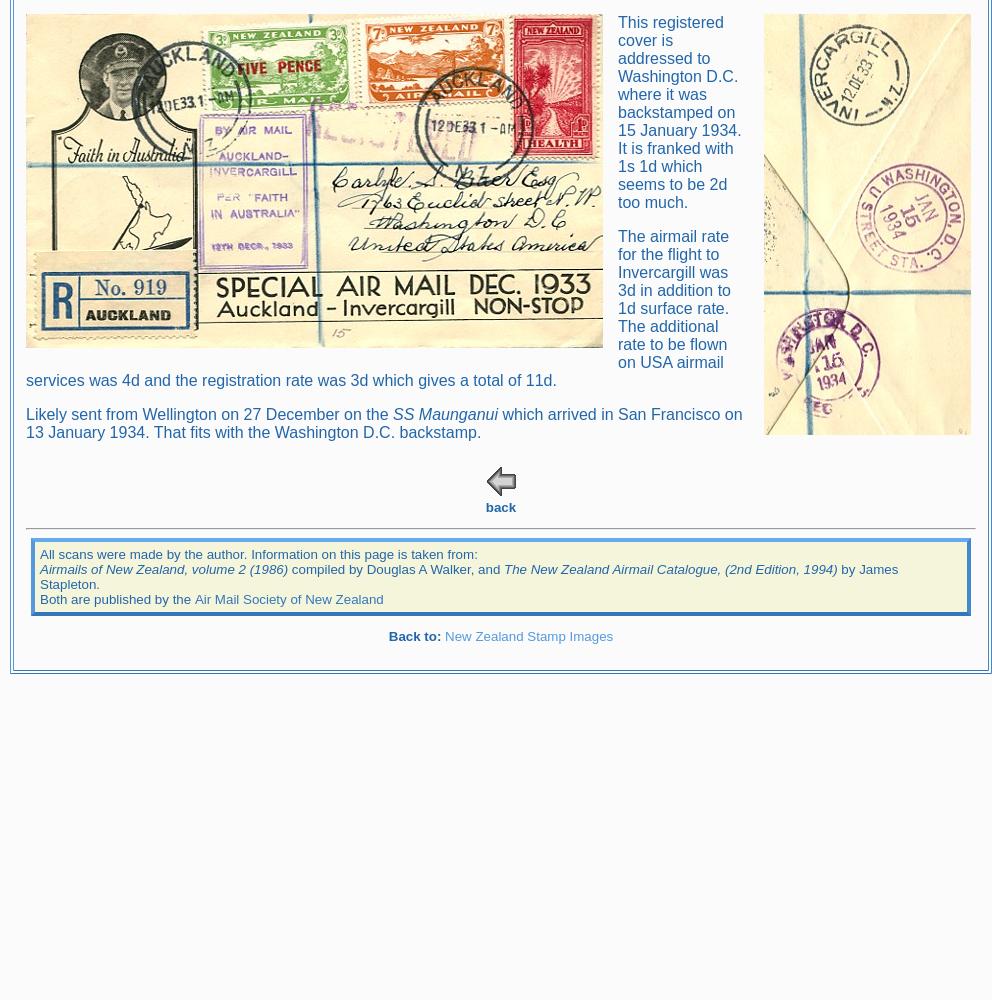 The height and width of the screenshot is (1000, 992). I want to click on 'compiled by
Douglas A Walker, and', so click(396, 568).